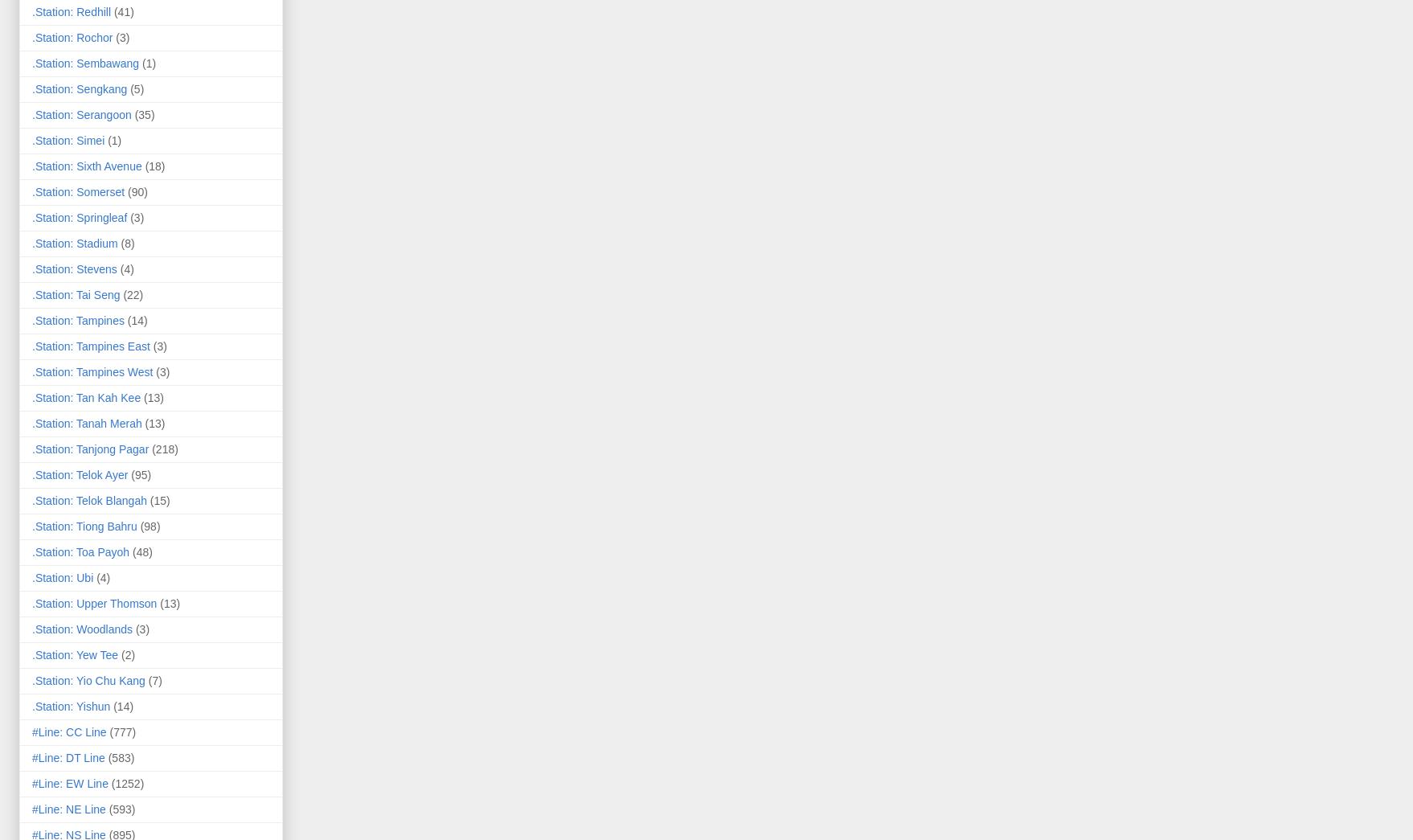 The image size is (1413, 840). Describe the element at coordinates (86, 165) in the screenshot. I see `'.Station: Sixth Avenue'` at that location.